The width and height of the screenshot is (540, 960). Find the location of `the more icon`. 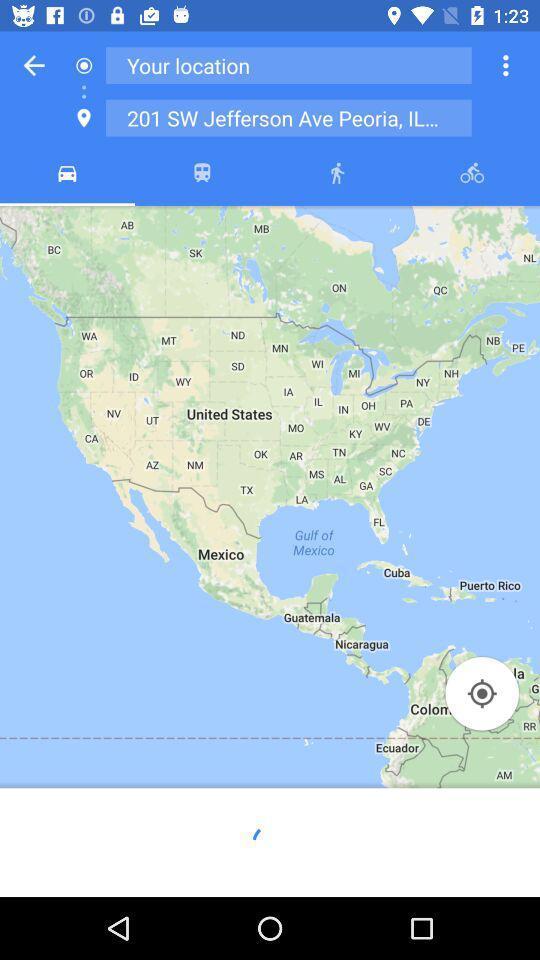

the more icon is located at coordinates (504, 65).